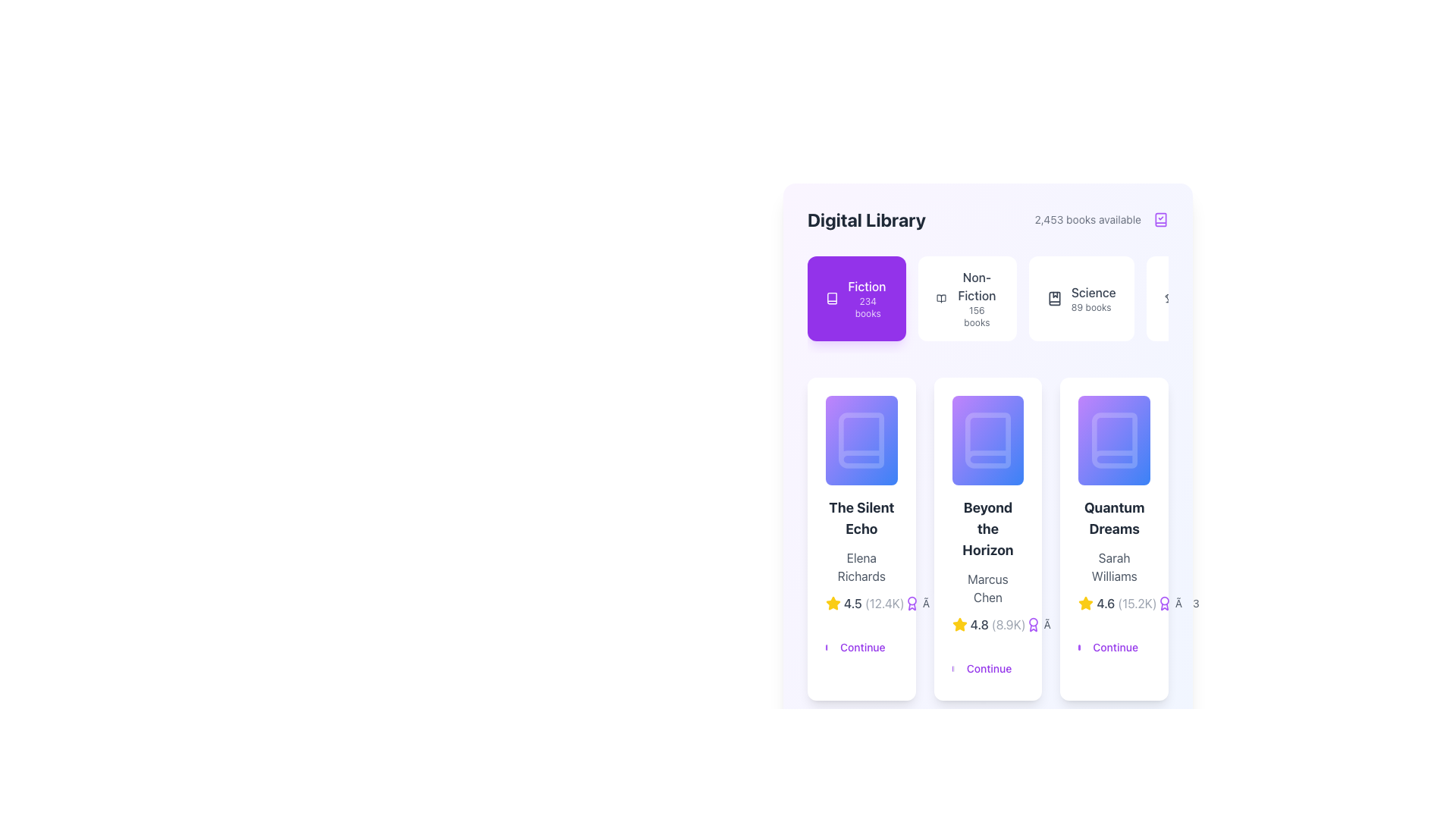 The width and height of the screenshot is (1456, 819). I want to click on the bright yellow star icon used as a visual indicator of ratings or favorites located beside the numeric rating value '4.8' in the 'Beyond the Horizon' card, so click(959, 625).